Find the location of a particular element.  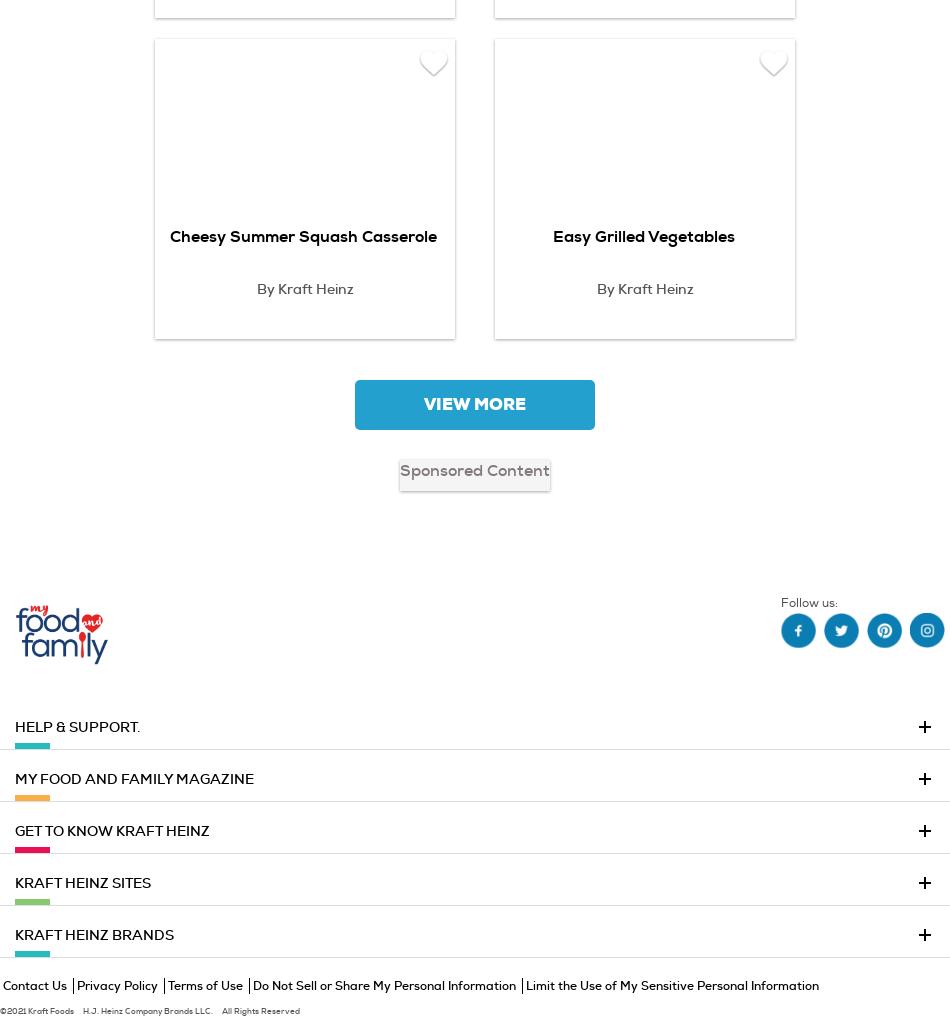

'view more' is located at coordinates (475, 404).